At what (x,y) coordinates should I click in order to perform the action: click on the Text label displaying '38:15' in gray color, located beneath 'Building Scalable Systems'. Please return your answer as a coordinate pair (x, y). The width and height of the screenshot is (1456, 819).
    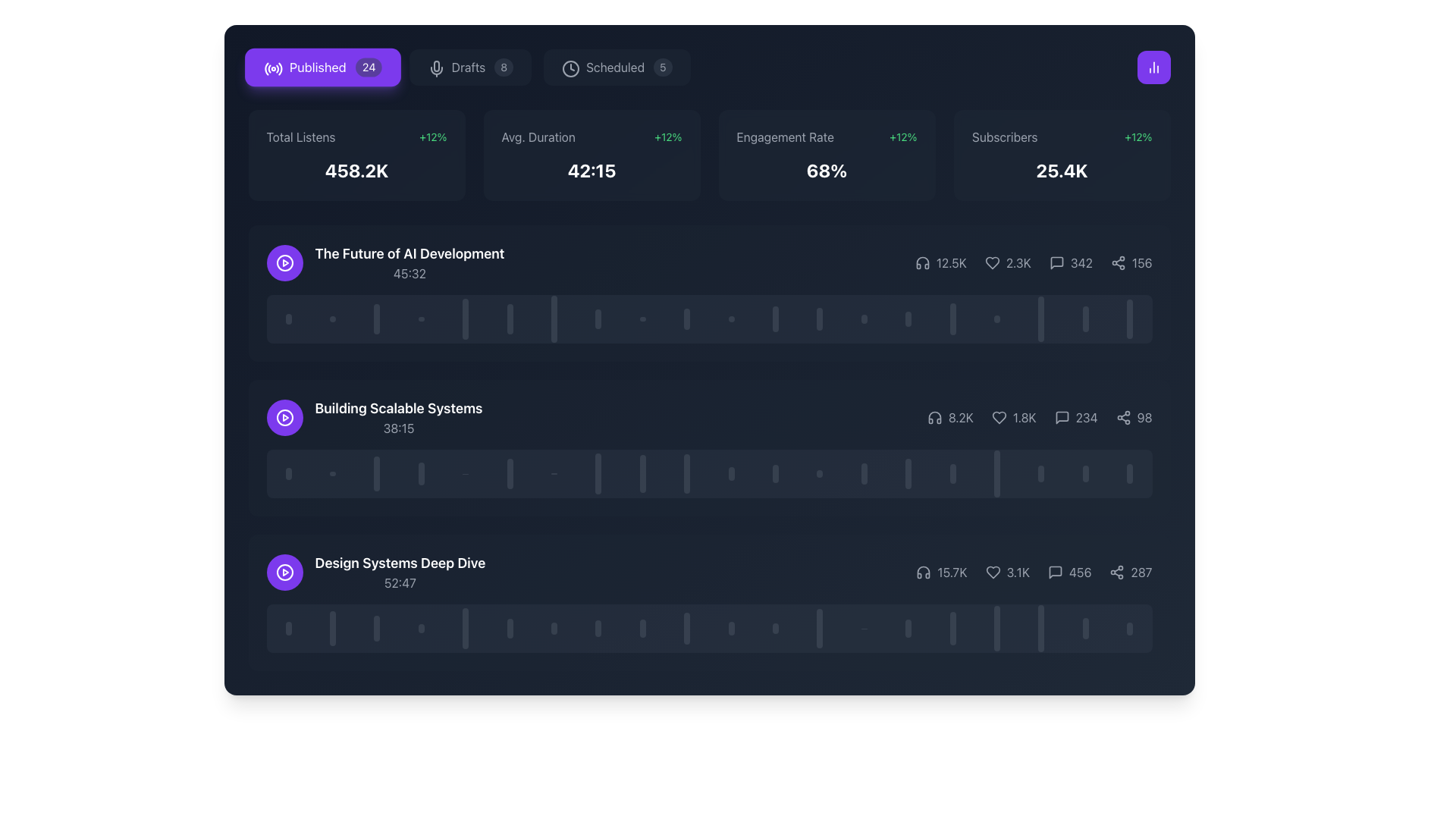
    Looking at the image, I should click on (399, 428).